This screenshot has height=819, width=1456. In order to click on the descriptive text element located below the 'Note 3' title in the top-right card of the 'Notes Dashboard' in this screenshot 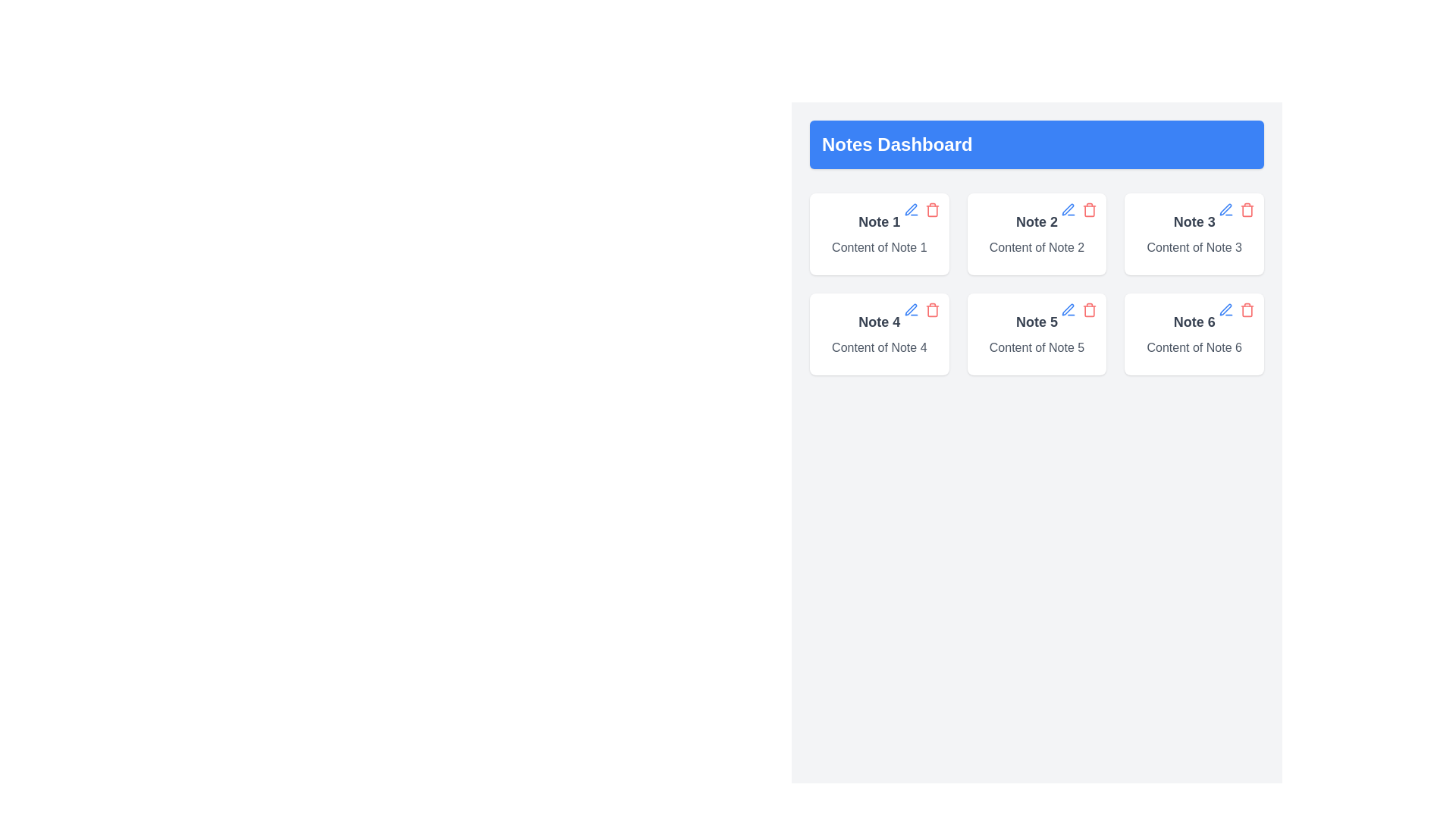, I will do `click(1194, 247)`.